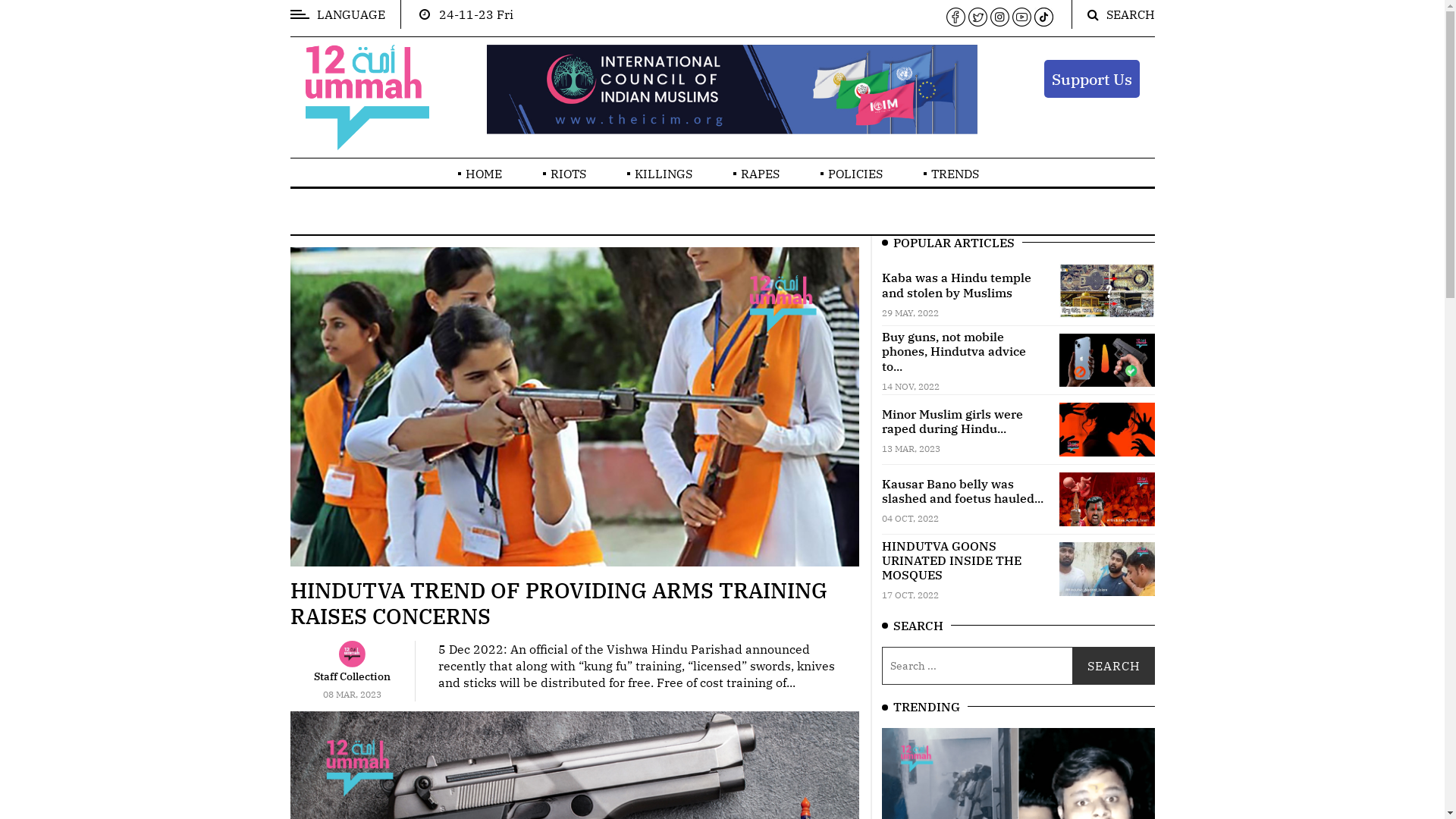 The height and width of the screenshot is (819, 1456). Describe the element at coordinates (954, 172) in the screenshot. I see `'TRENDS'` at that location.